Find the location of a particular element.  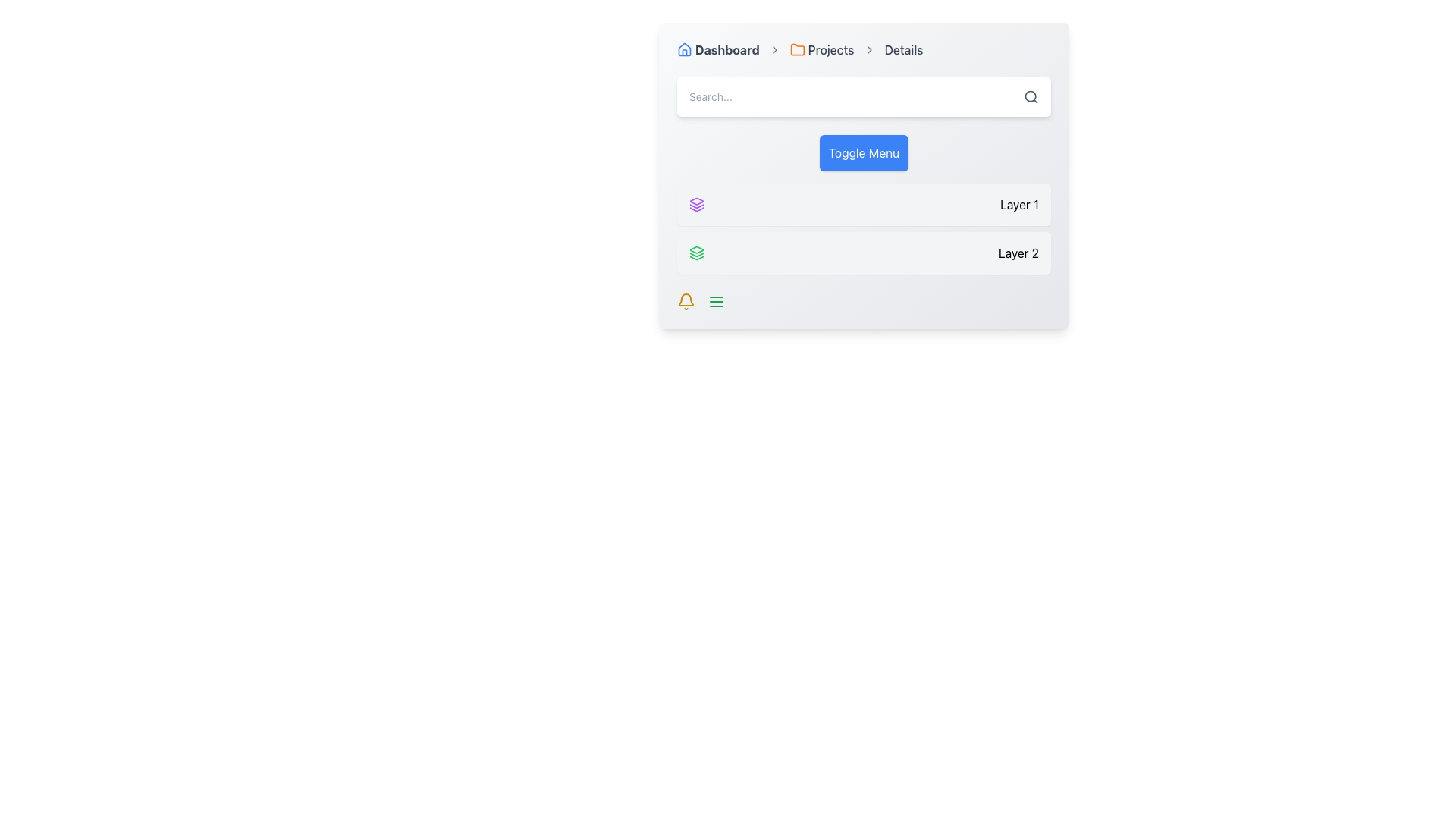

the green menu icon, which consists of three horizontal lines, located in the bottom right corner of the interface to change its highlight color is located at coordinates (716, 301).